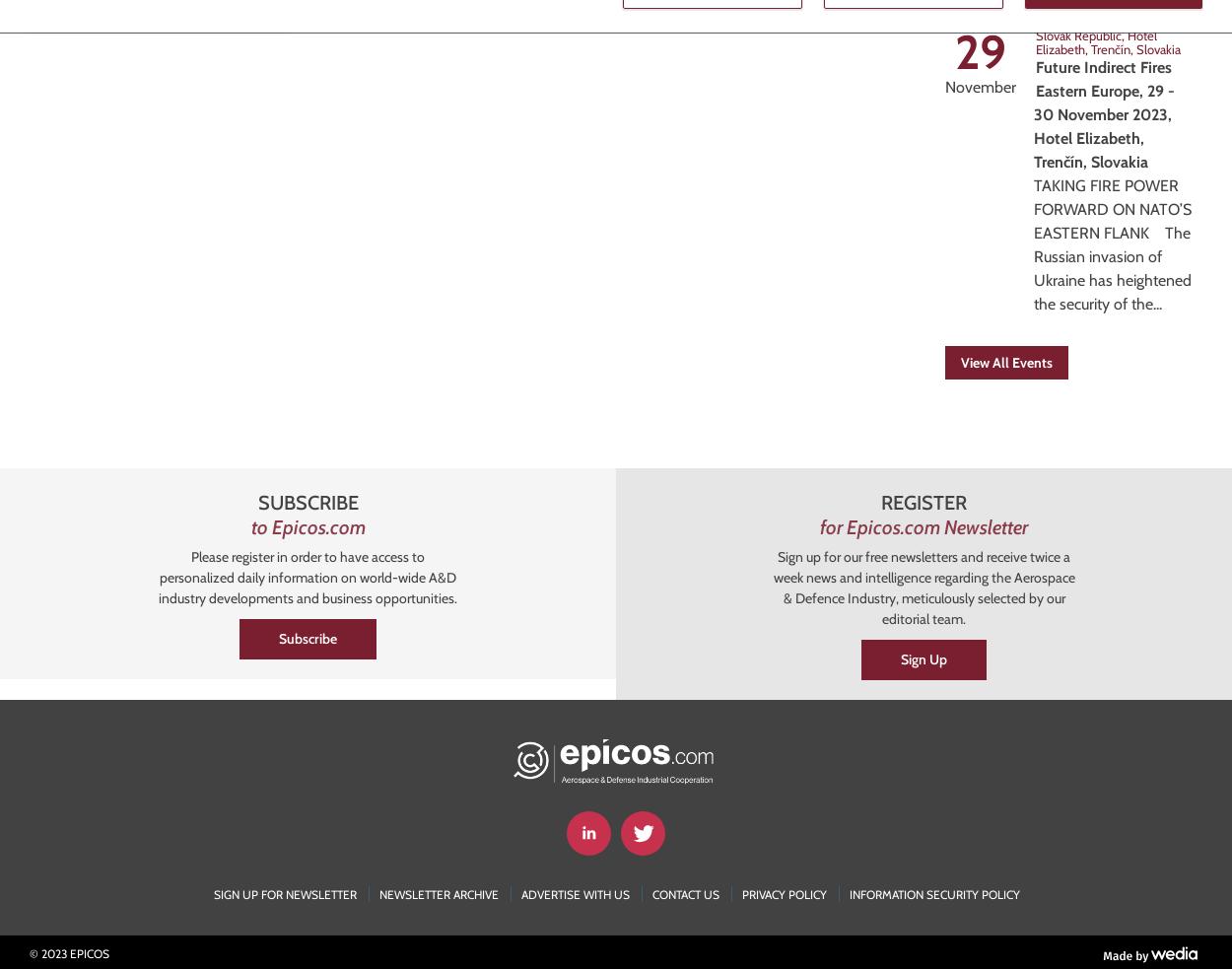 This screenshot has height=969, width=1232. I want to click on 'TAKING FIRE POWER FORWARD ON NATO’S EASTERN FLANK 
 
The Russian invasion of Ukraine has heightened the security of the...', so click(1113, 244).